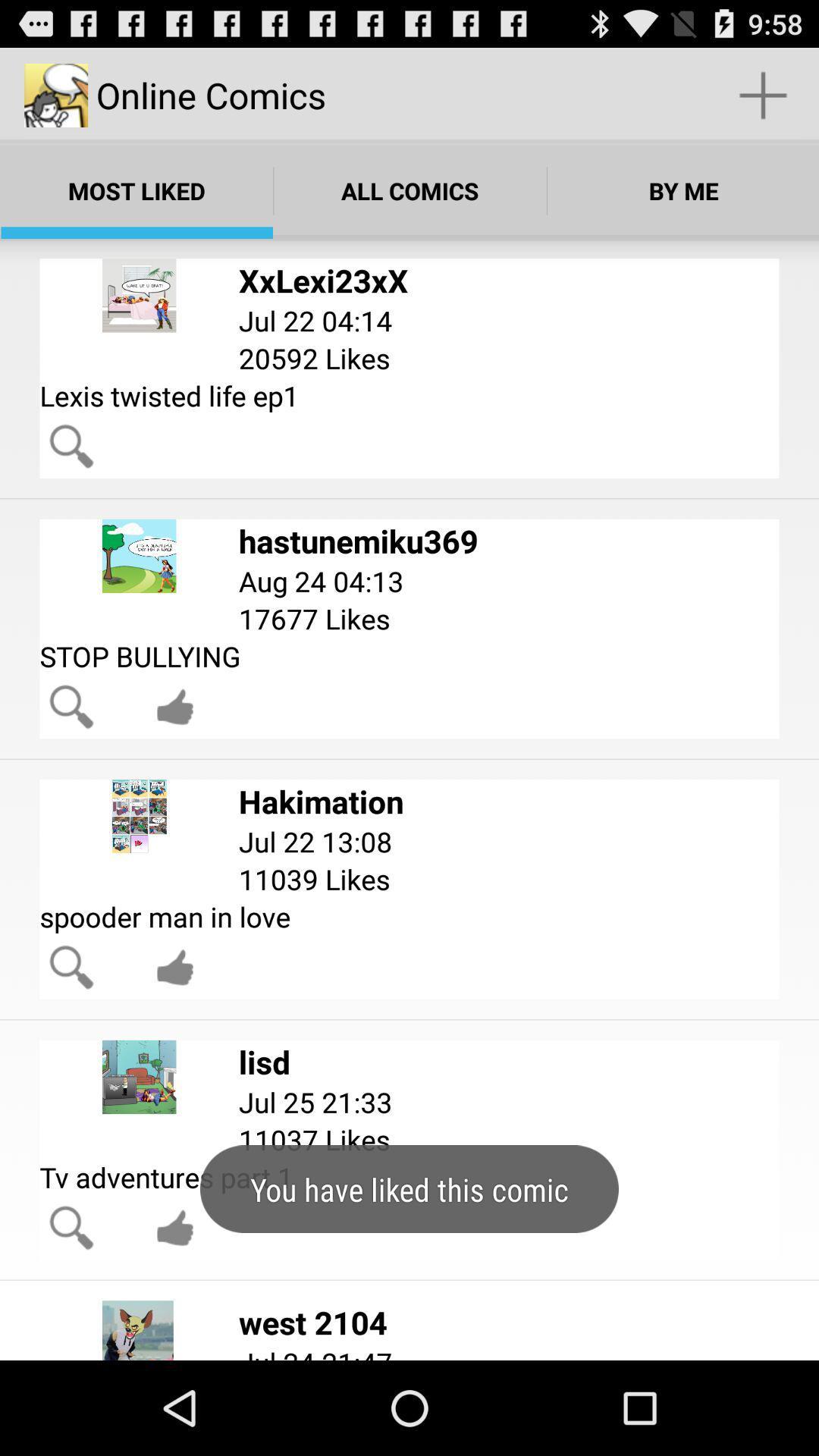 Image resolution: width=819 pixels, height=1456 pixels. Describe the element at coordinates (71, 445) in the screenshot. I see `search user` at that location.